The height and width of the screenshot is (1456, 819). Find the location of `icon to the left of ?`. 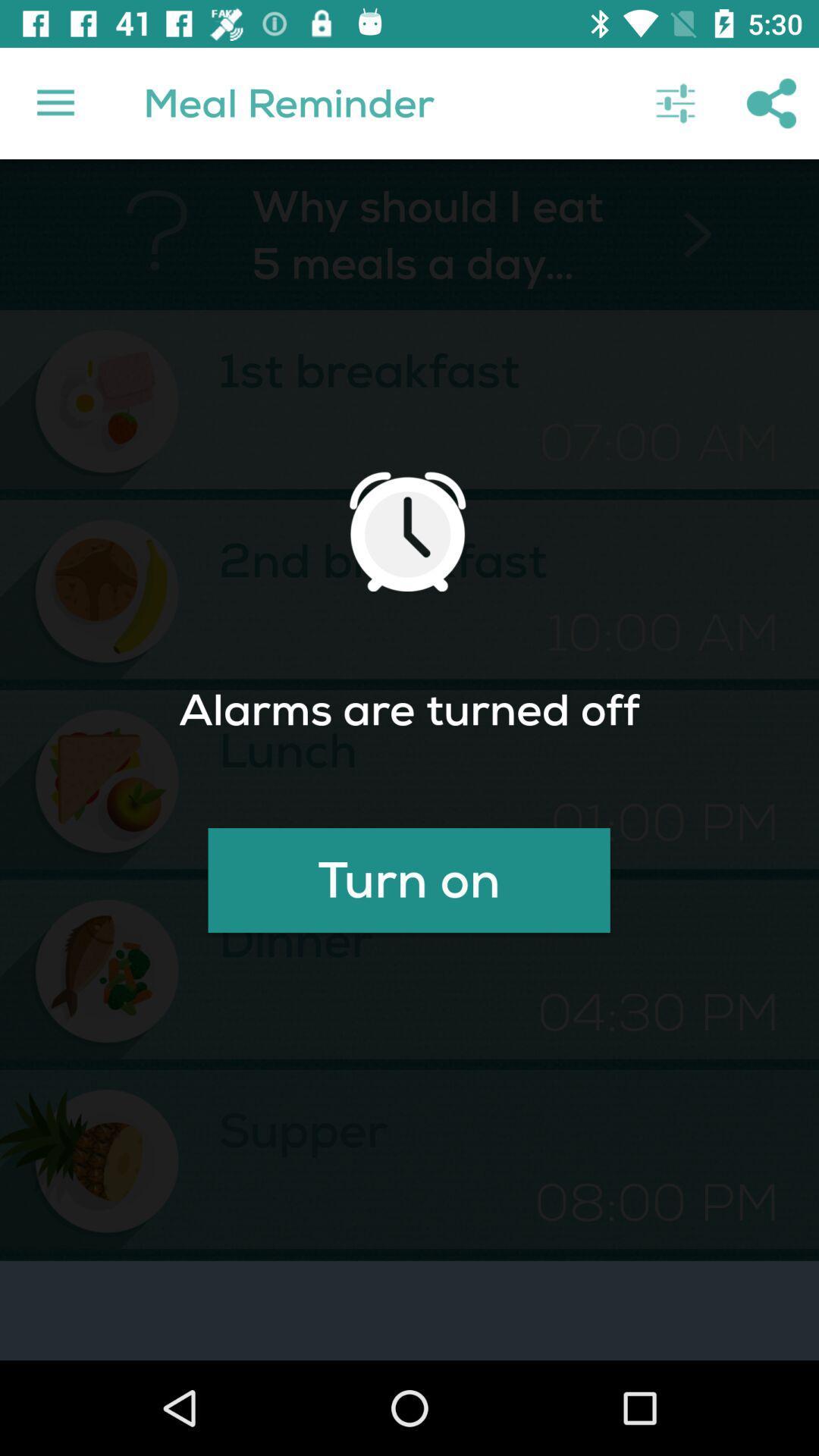

icon to the left of ? is located at coordinates (55, 102).